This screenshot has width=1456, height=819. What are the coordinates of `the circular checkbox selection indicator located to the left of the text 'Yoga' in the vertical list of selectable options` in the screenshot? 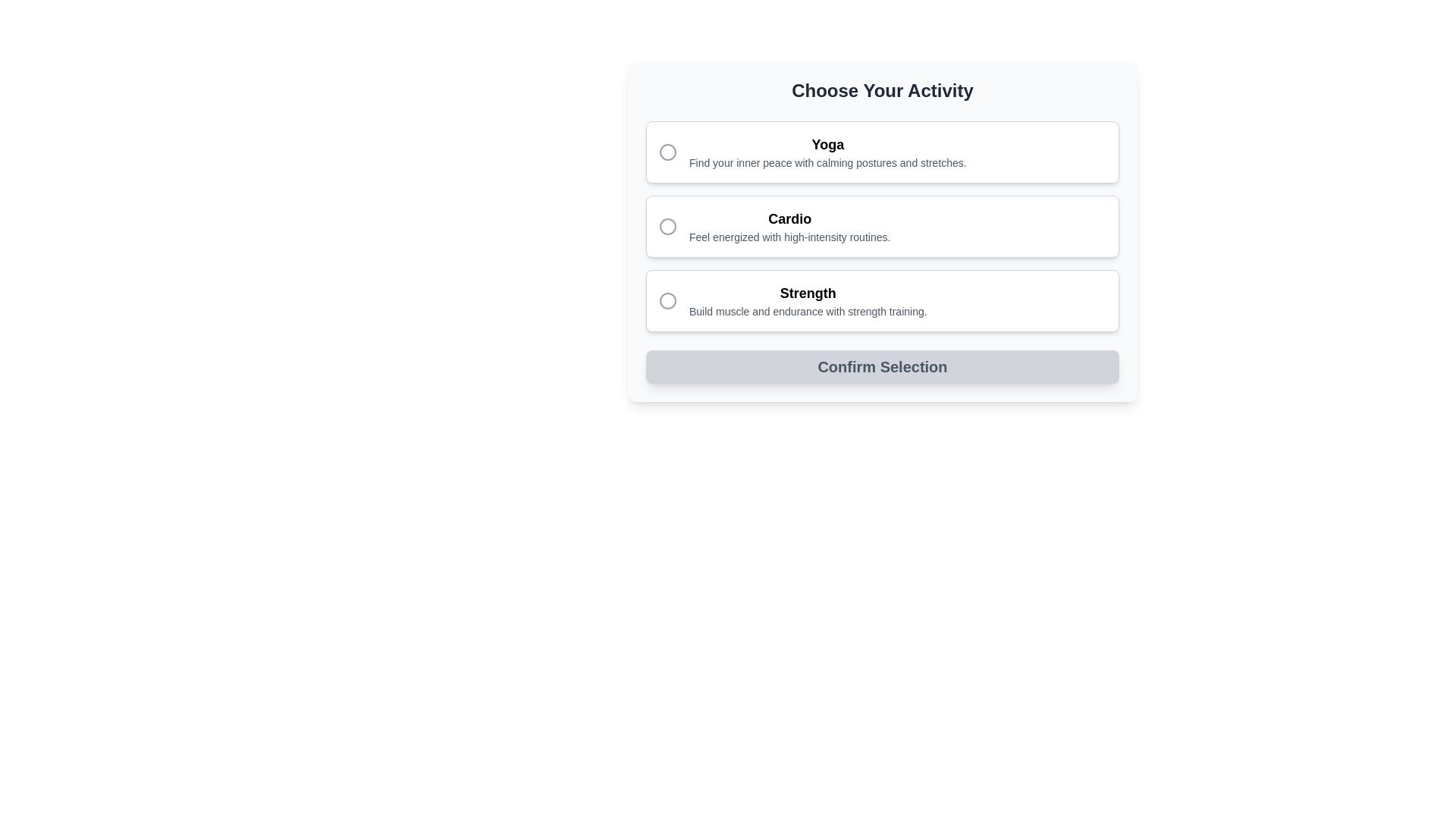 It's located at (667, 152).